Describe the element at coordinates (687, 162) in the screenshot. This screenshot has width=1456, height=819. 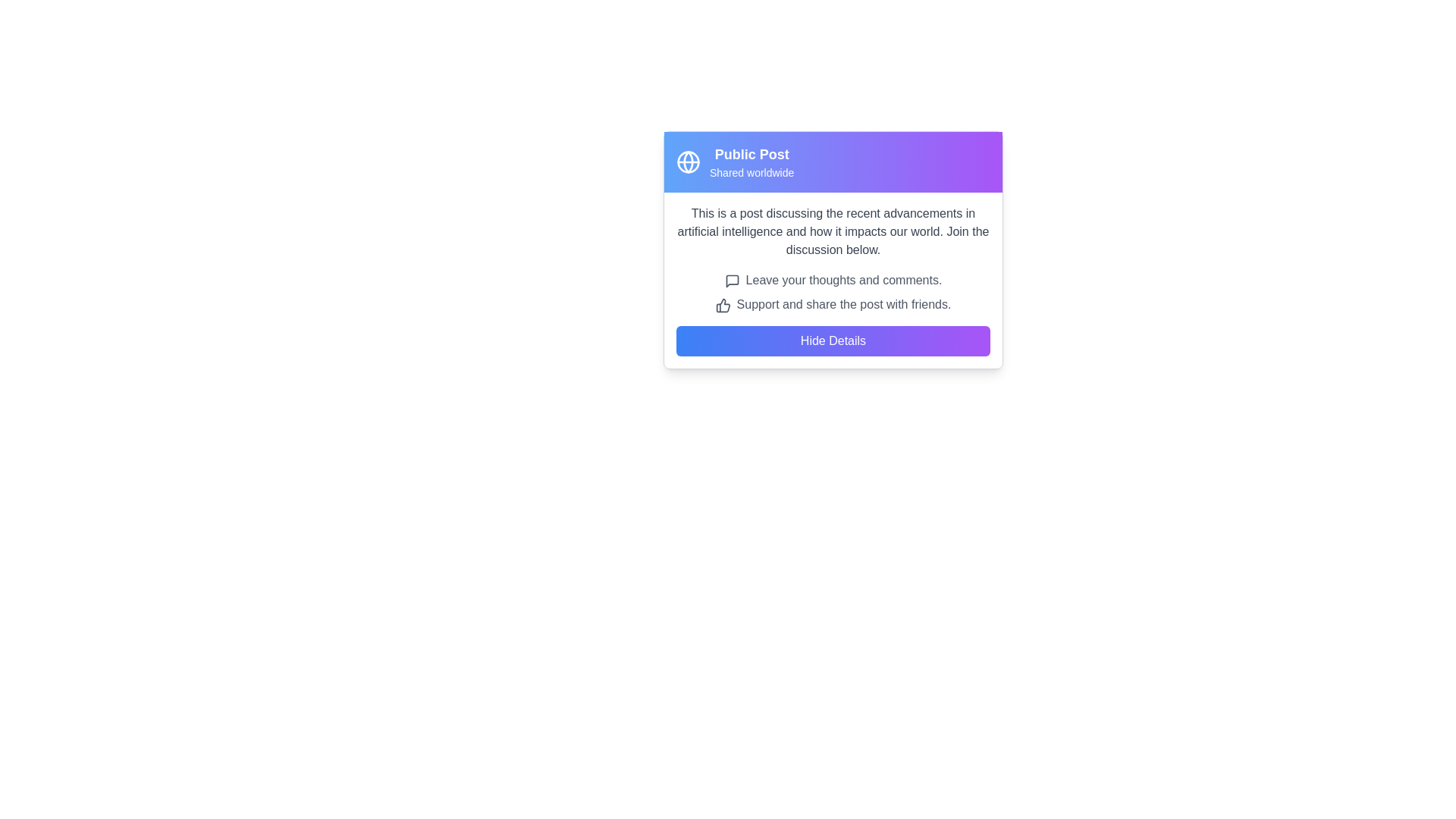
I see `the globe icon in the top-left corner of the blue-purple gradient header, located adjacent to the 'Public Post' title and 'Shared worldwide' subtitle` at that location.